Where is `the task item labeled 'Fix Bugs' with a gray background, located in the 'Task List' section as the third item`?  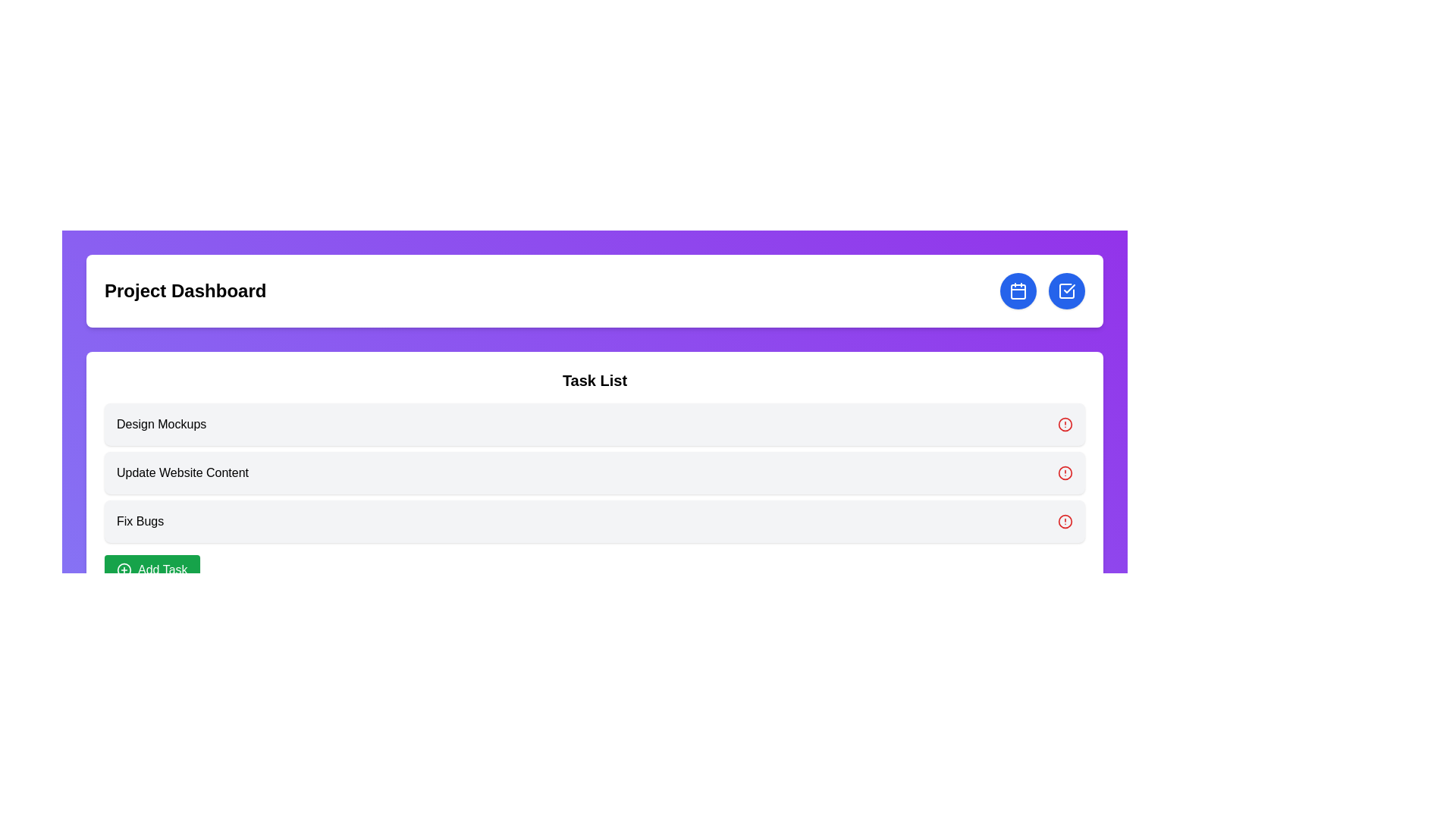 the task item labeled 'Fix Bugs' with a gray background, located in the 'Task List' section as the third item is located at coordinates (594, 520).